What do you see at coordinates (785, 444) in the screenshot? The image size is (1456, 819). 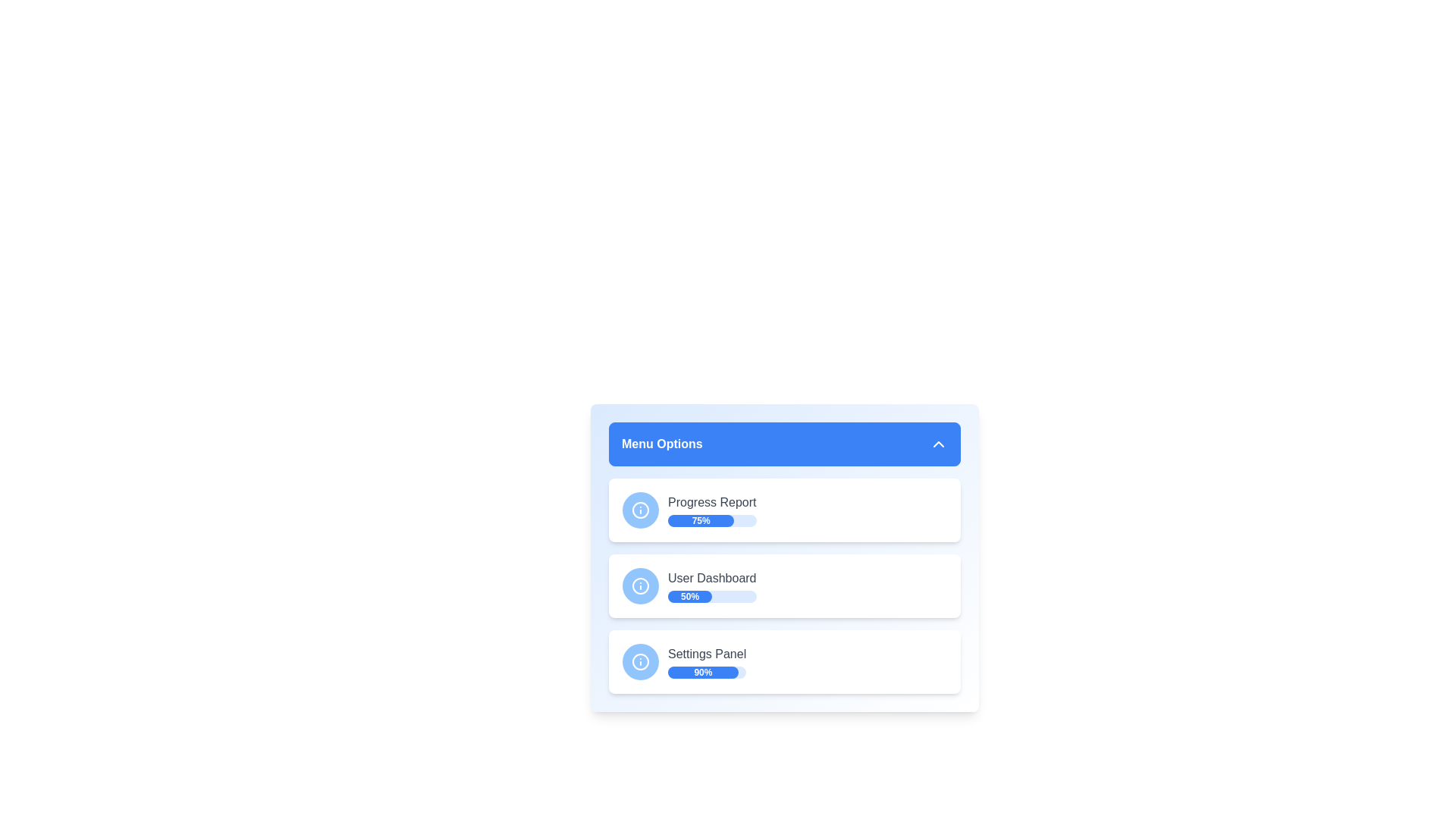 I see `the 'Menu Options' button to toggle the menu visibility` at bounding box center [785, 444].